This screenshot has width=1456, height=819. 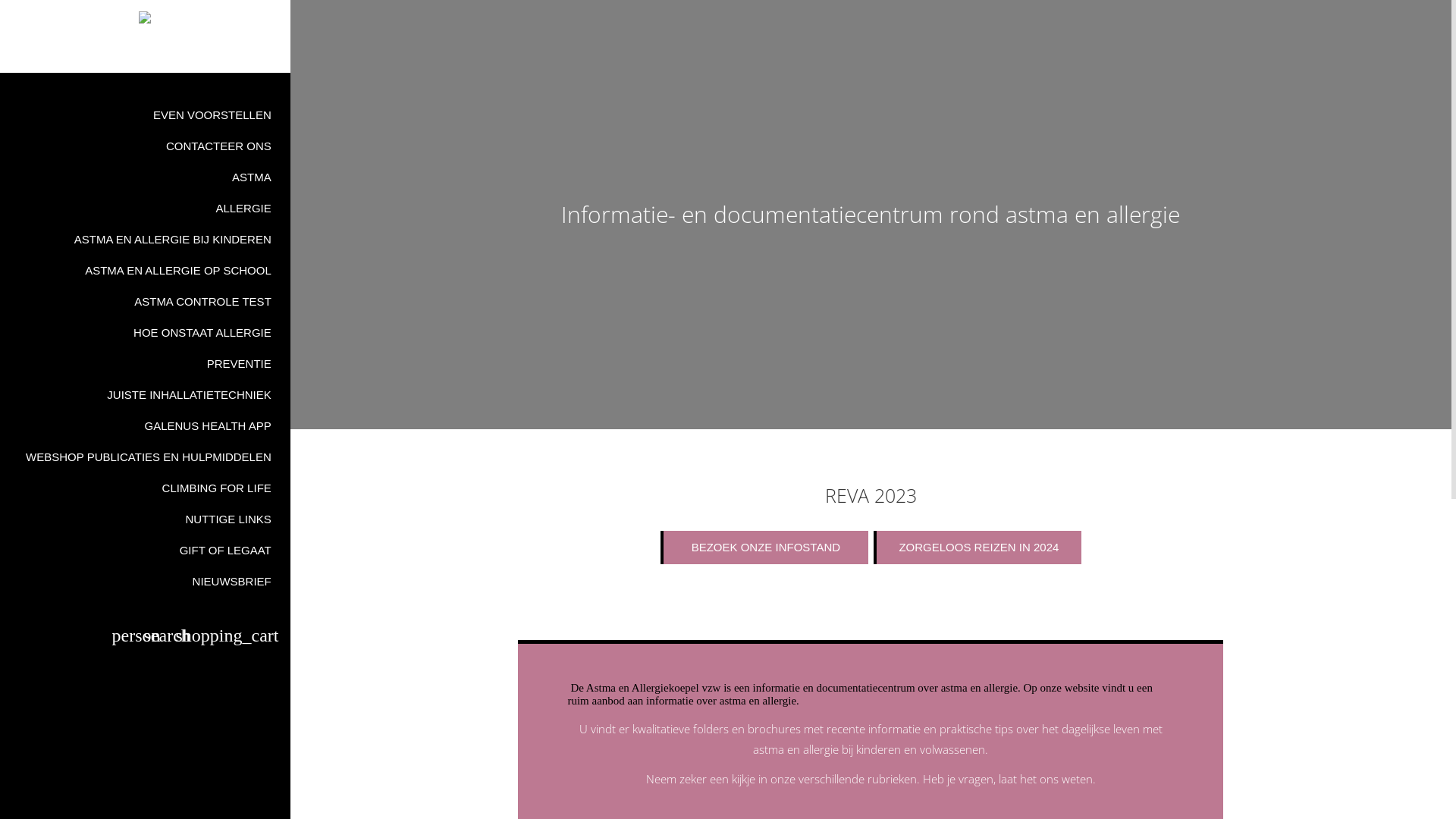 I want to click on 'ASTMA EN ALLERGIE BIJ KINDEREN', so click(x=145, y=239).